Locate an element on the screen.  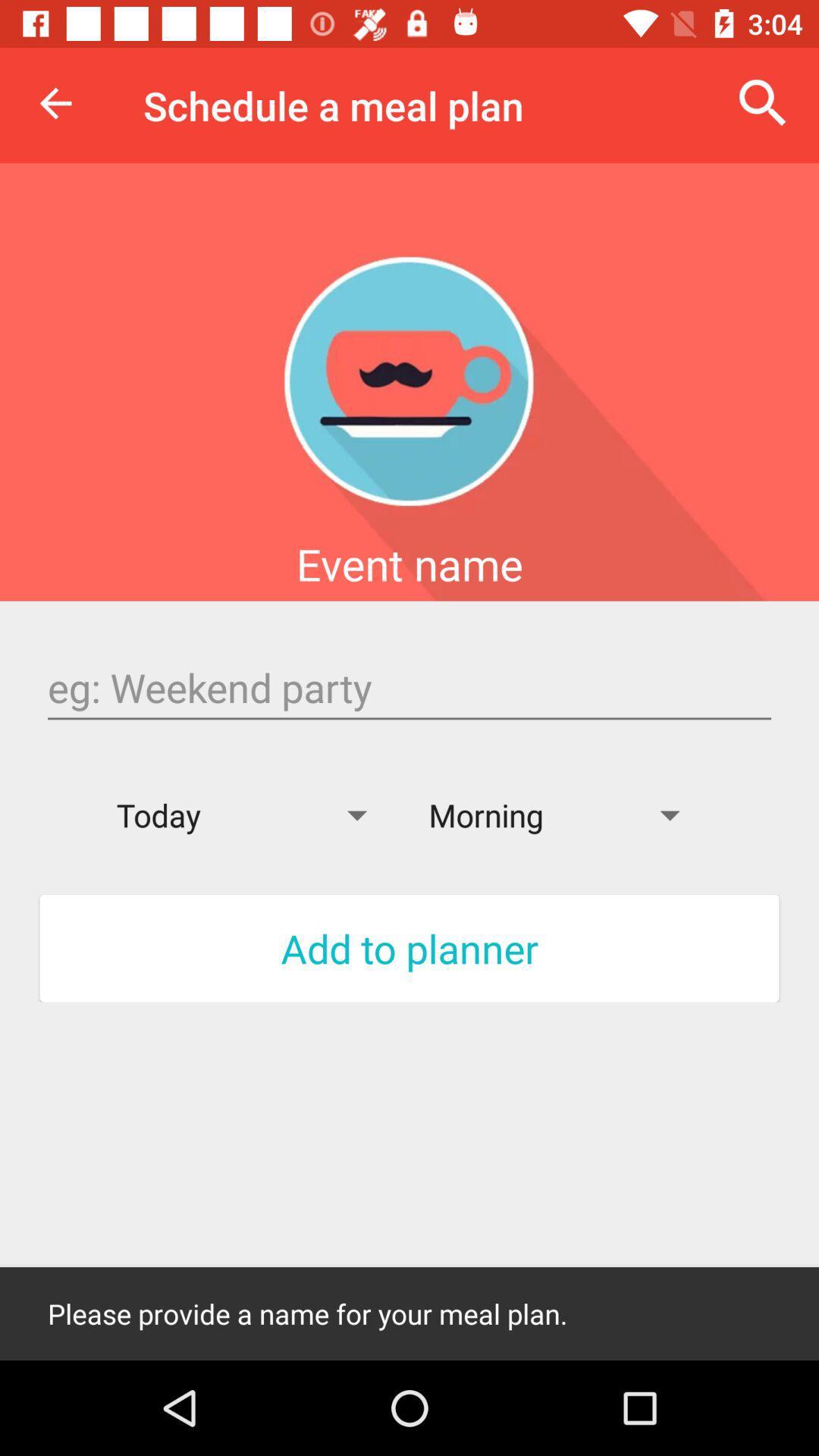
type the next is located at coordinates (409, 687).